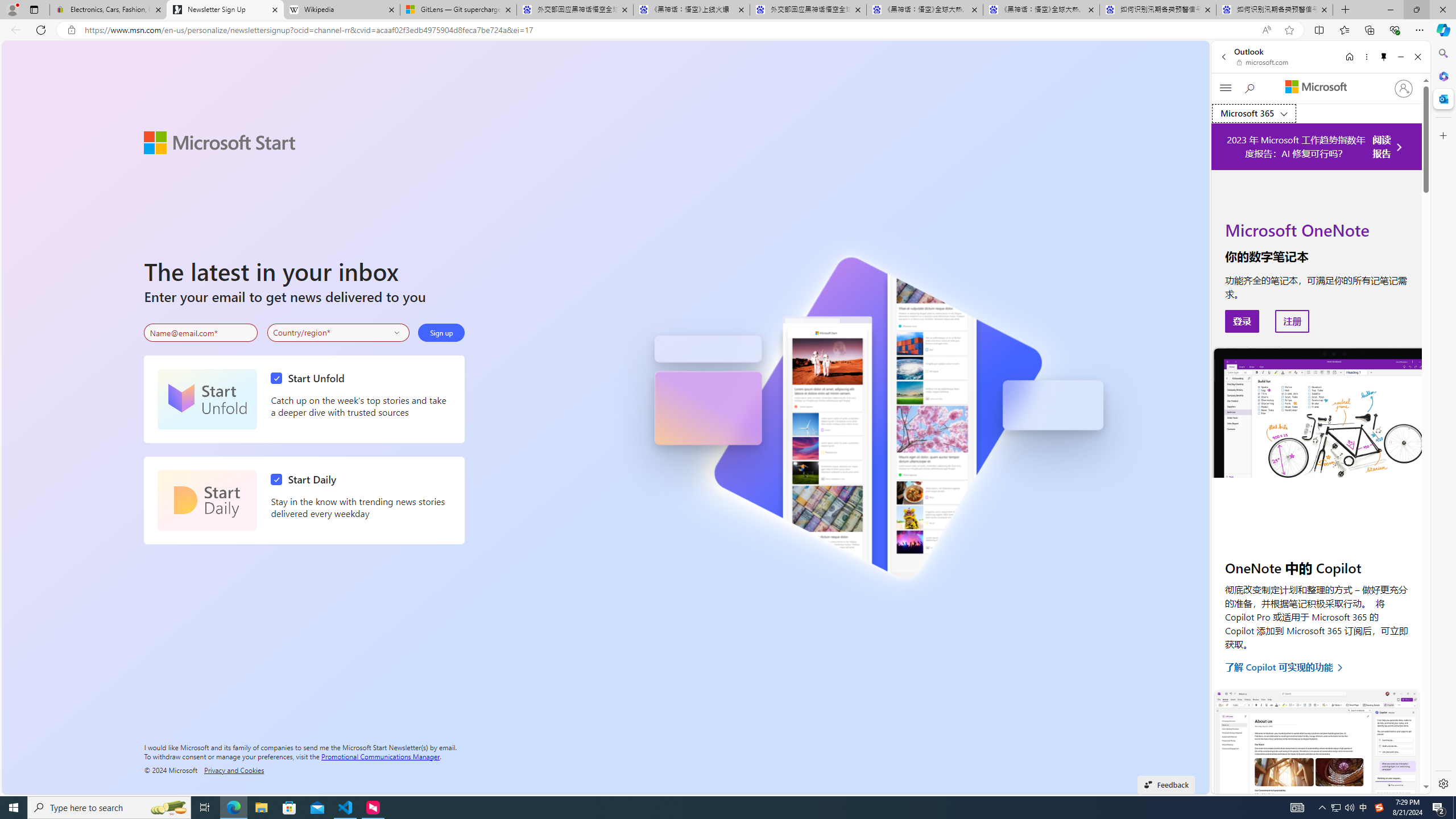 This screenshot has width=1456, height=819. I want to click on 'Microsoft', so click(1316, 87).